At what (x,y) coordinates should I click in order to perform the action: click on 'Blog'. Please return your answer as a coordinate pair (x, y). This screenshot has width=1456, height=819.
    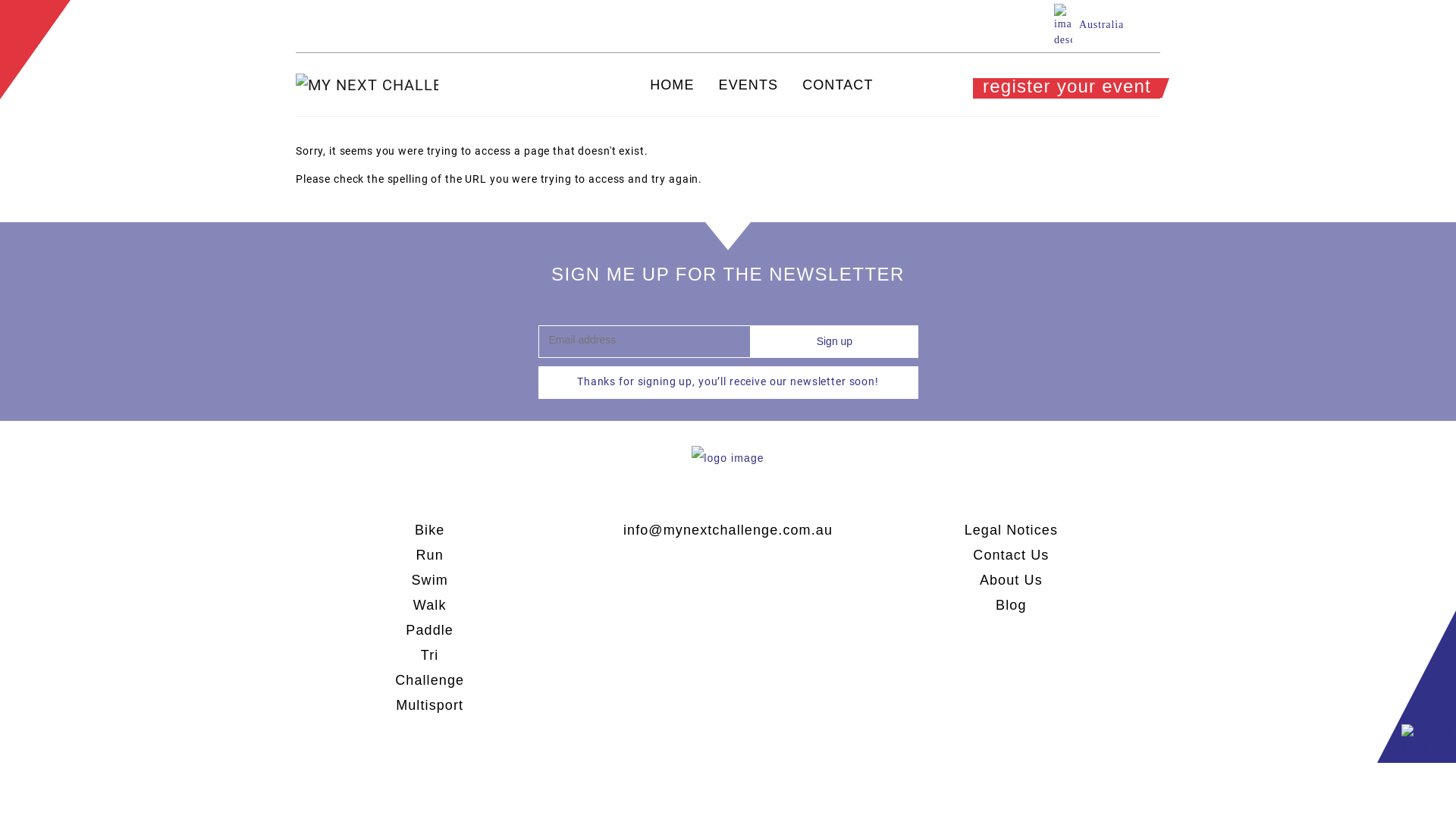
    Looking at the image, I should click on (1011, 604).